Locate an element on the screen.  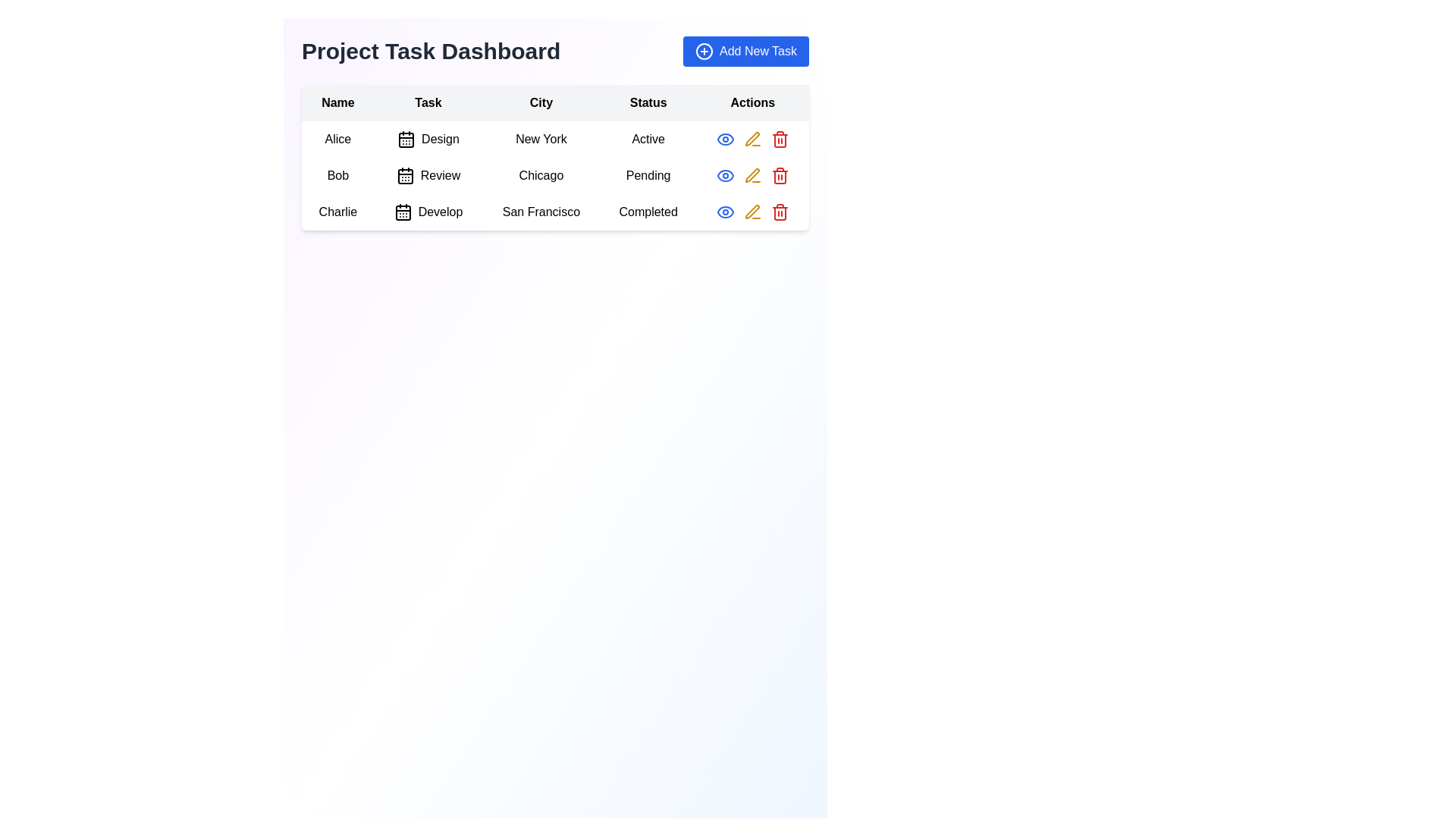
text label indicating the current status of the task assigned to 'Bob', which is labeled as 'Pending' is located at coordinates (648, 174).